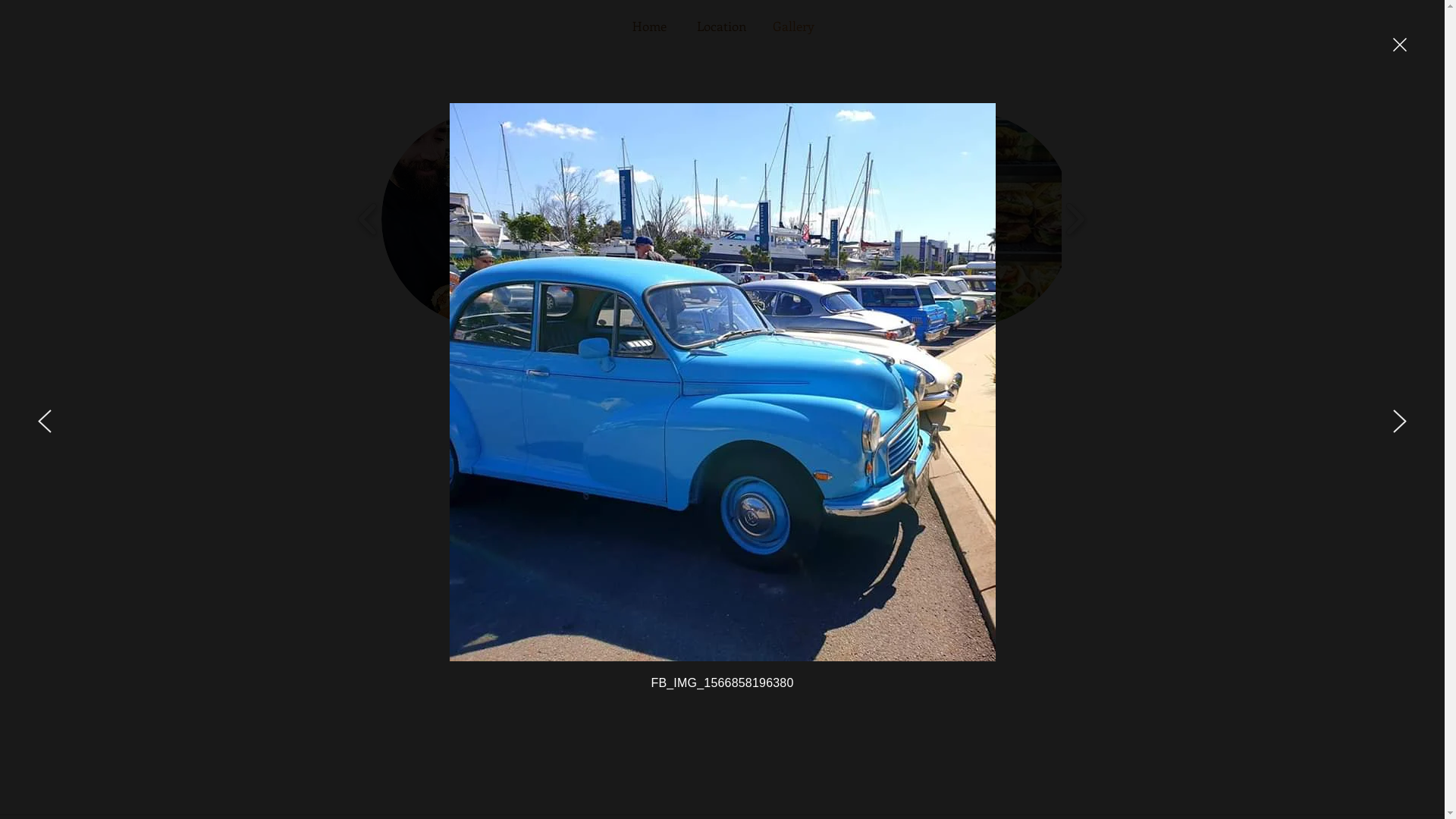 Image resolution: width=1456 pixels, height=819 pixels. What do you see at coordinates (720, 26) in the screenshot?
I see `'Location'` at bounding box center [720, 26].